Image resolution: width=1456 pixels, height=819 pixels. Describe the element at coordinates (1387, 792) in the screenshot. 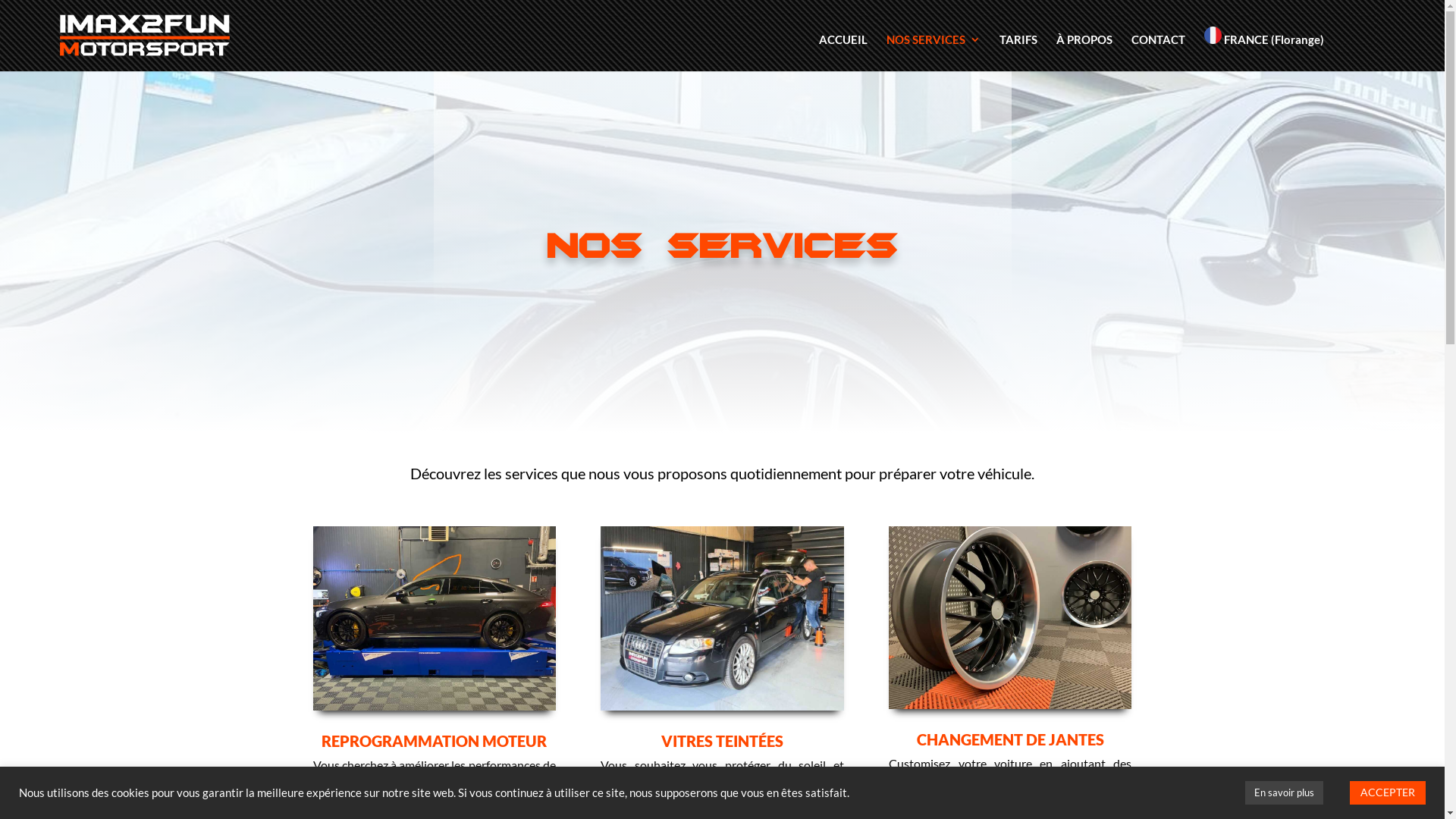

I see `'ACCEPTER'` at that location.